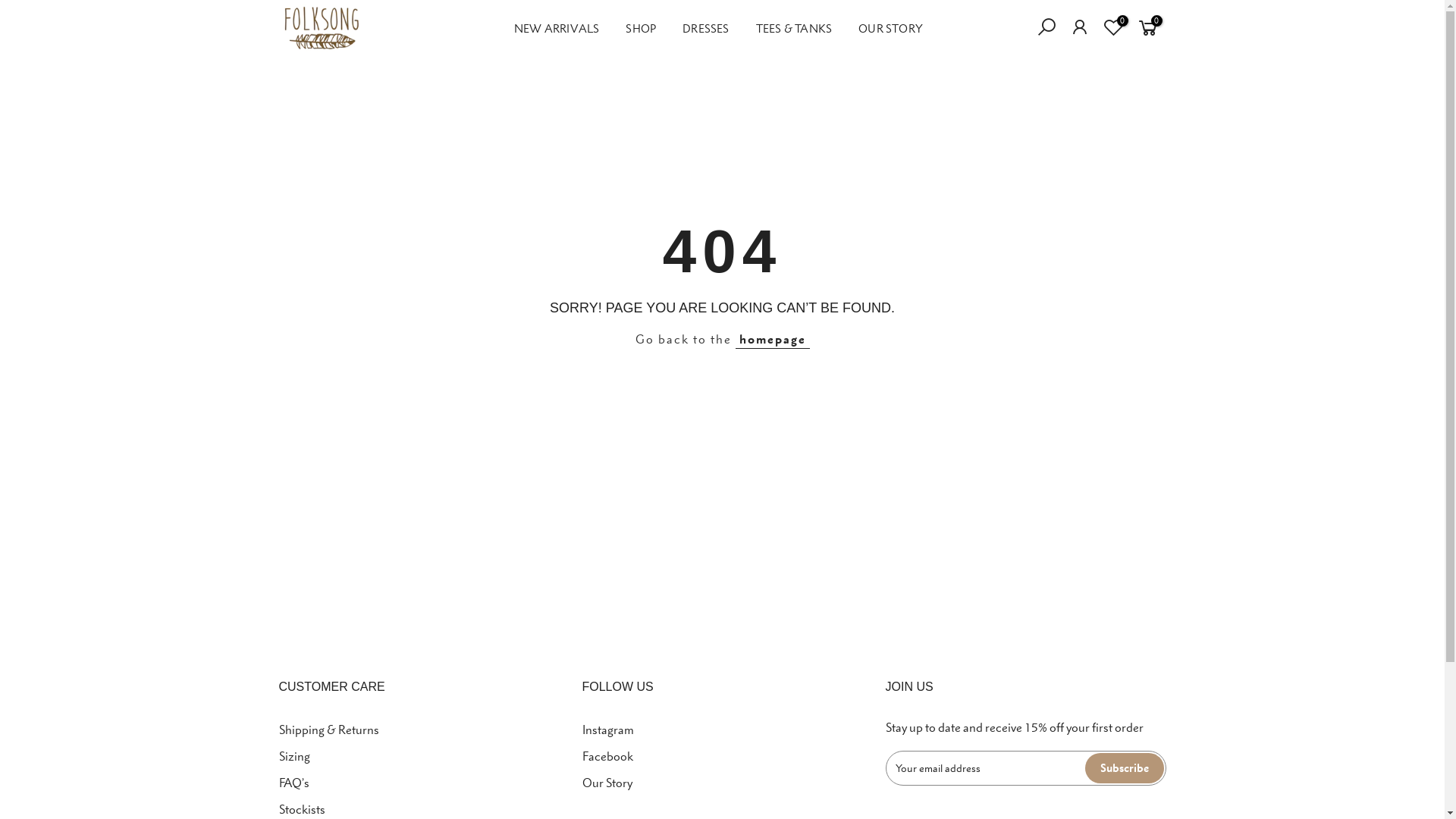  What do you see at coordinates (302, 808) in the screenshot?
I see `'Stockists'` at bounding box center [302, 808].